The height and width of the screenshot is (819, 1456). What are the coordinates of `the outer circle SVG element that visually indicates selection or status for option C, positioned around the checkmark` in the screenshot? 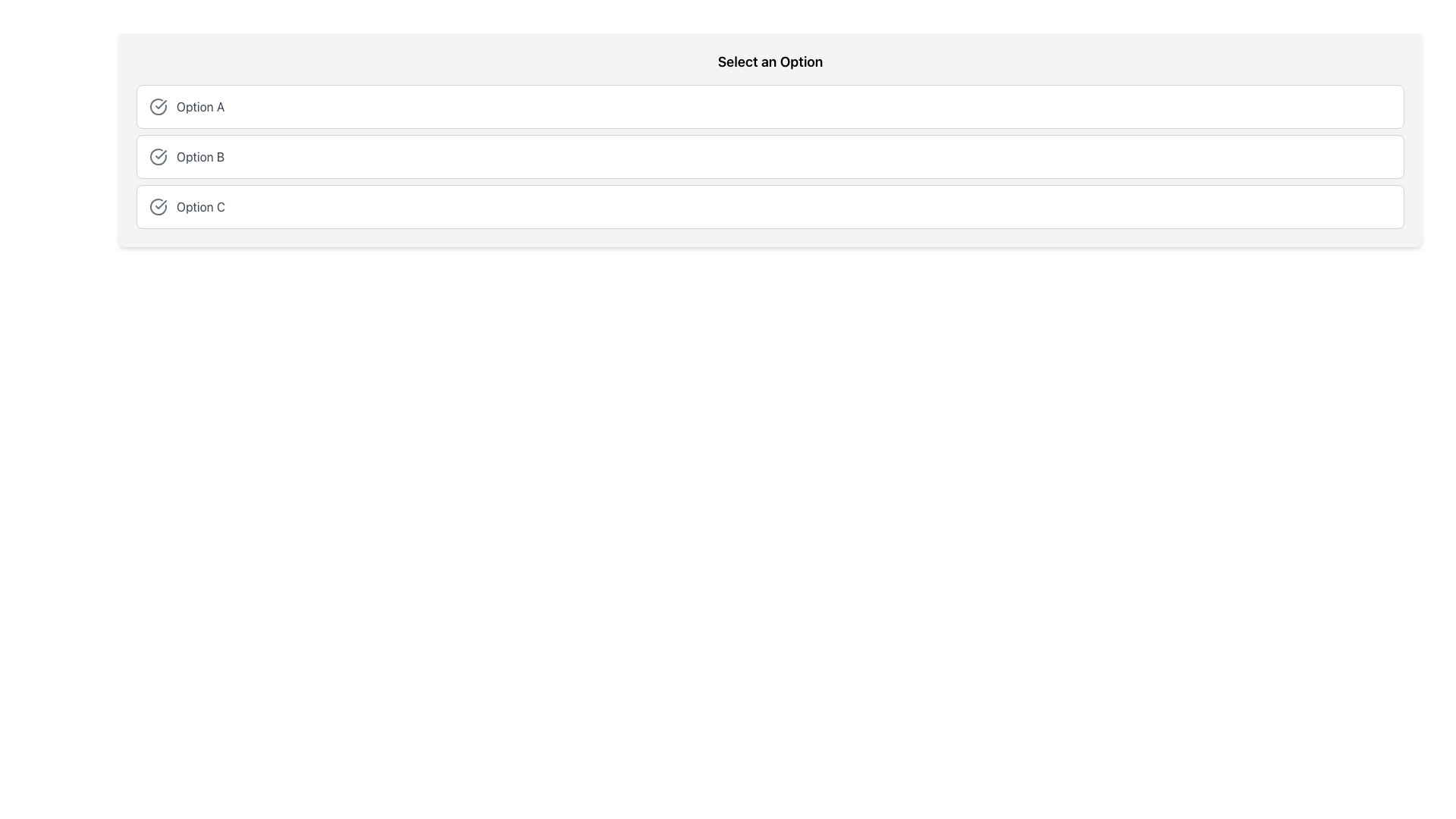 It's located at (158, 207).